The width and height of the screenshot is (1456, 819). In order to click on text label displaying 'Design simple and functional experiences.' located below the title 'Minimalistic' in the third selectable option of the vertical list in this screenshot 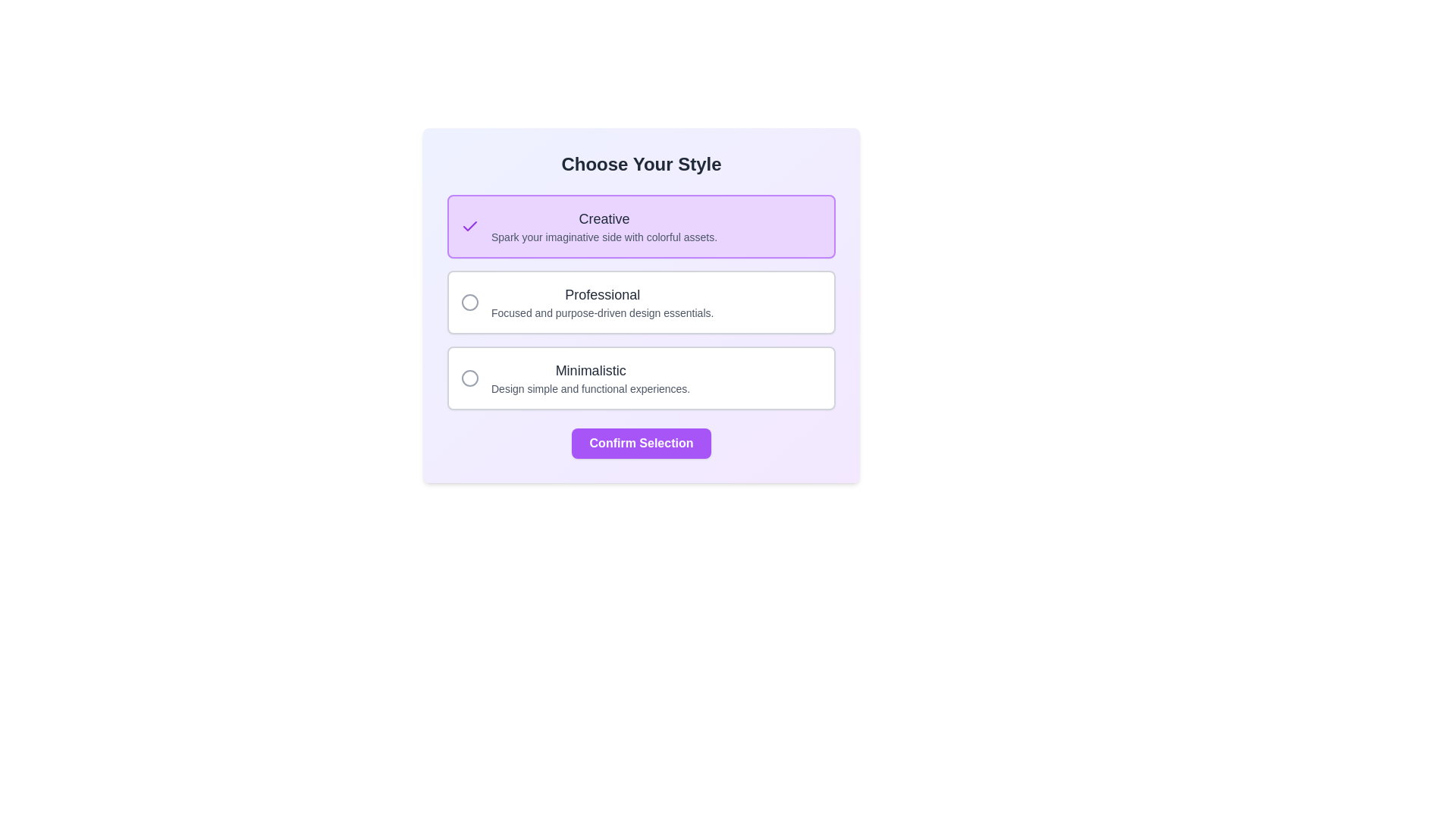, I will do `click(590, 388)`.